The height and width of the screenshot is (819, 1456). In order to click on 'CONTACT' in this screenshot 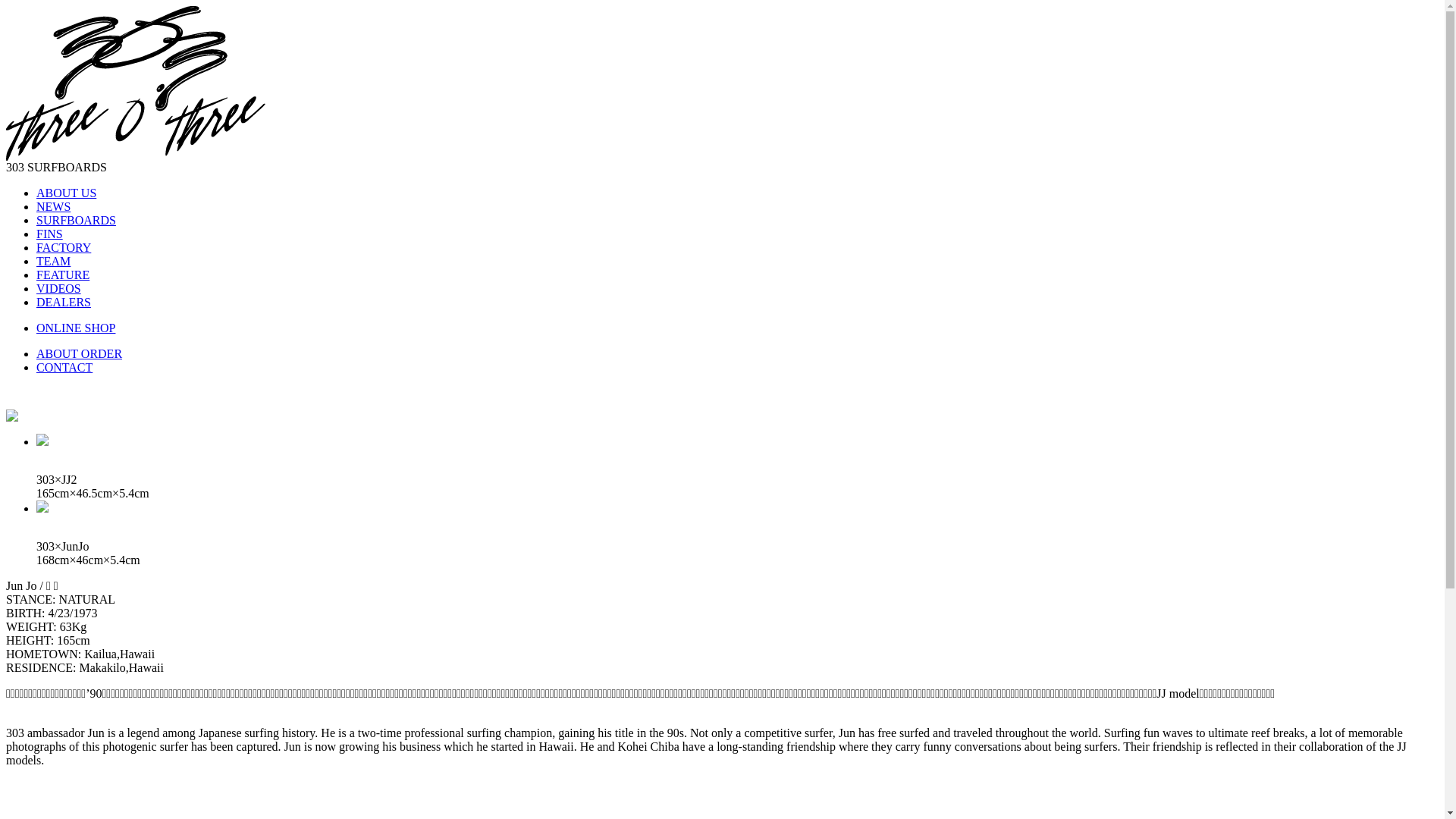, I will do `click(64, 367)`.